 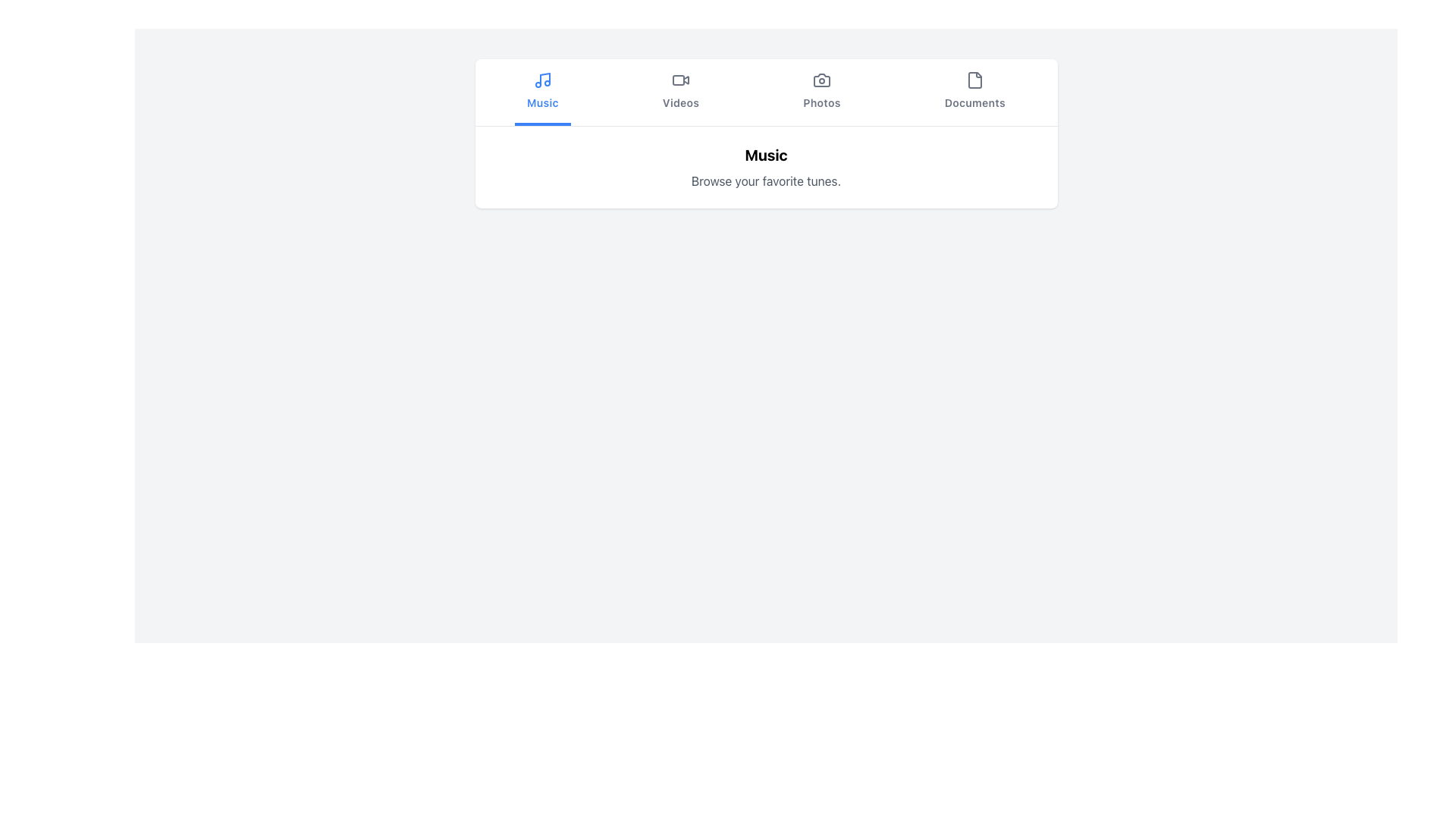 I want to click on the Navigation tab, which is the first item in a four-part section at the top of the page, located to the left of the 'Videos', 'Photos', and 'Documents' components, so click(x=542, y=93).